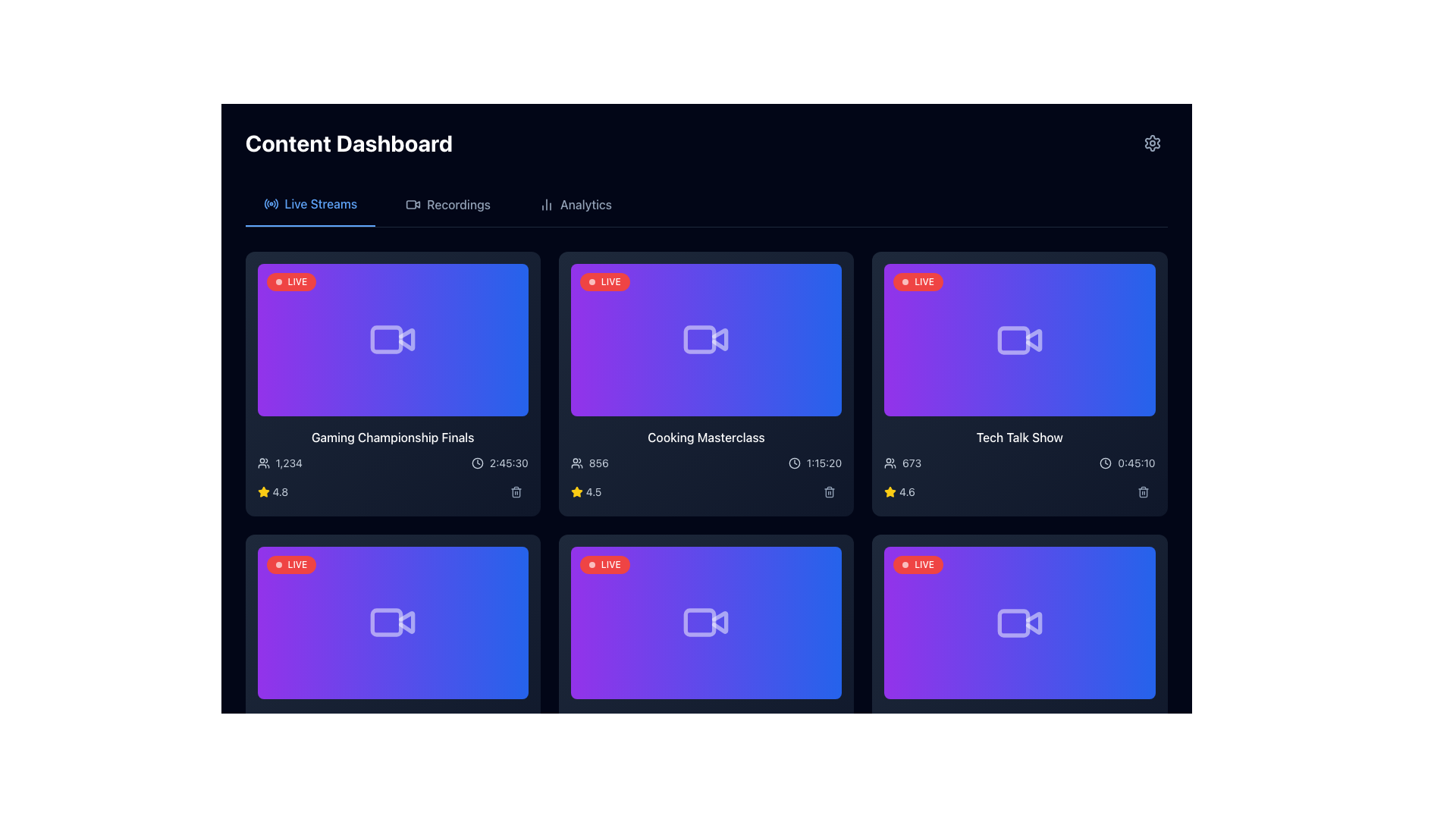  What do you see at coordinates (502, 389) in the screenshot?
I see `the button located at the bottom-right corner of the 'Gaming Championship Finals' card` at bounding box center [502, 389].